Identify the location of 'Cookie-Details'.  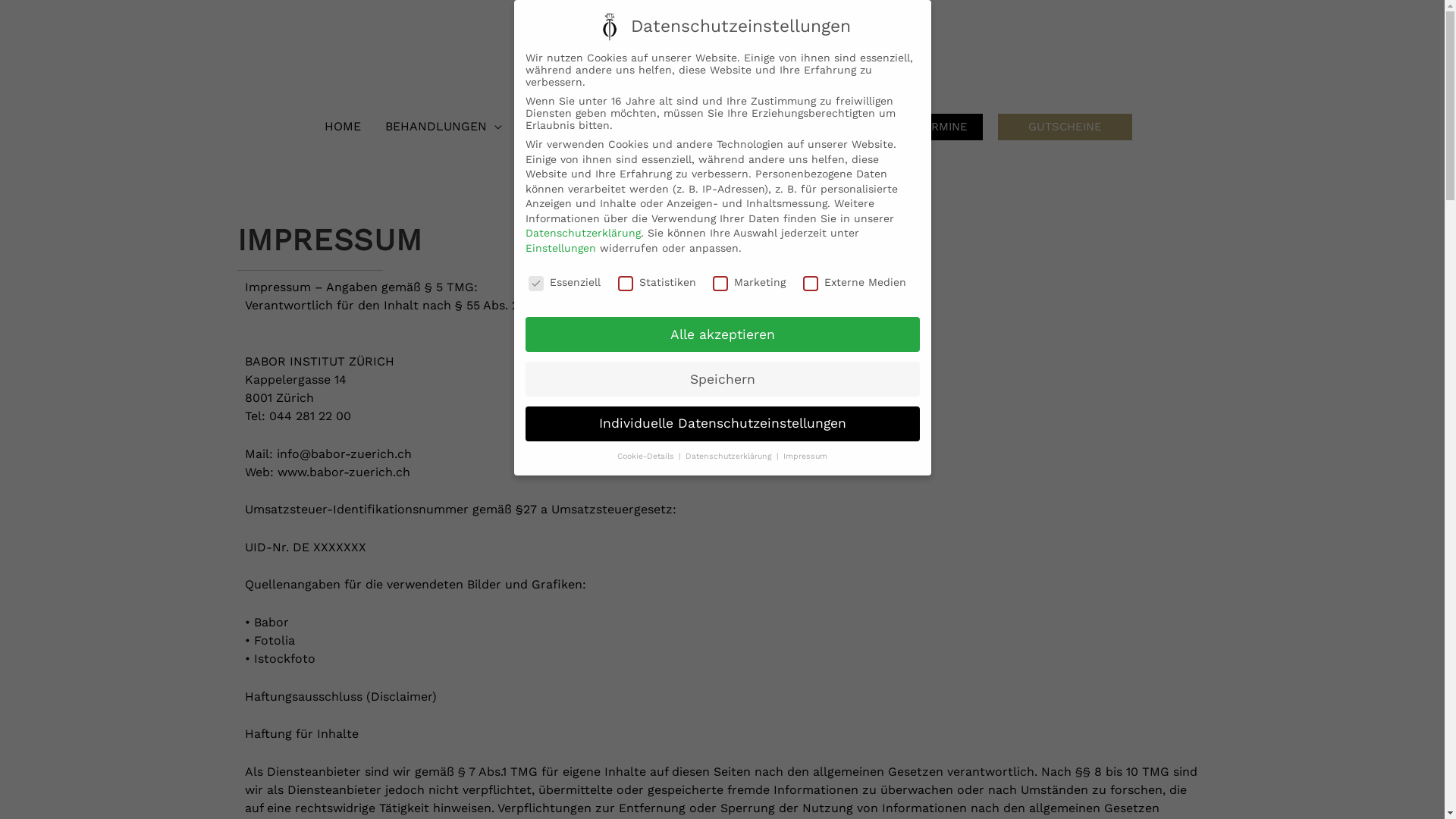
(617, 455).